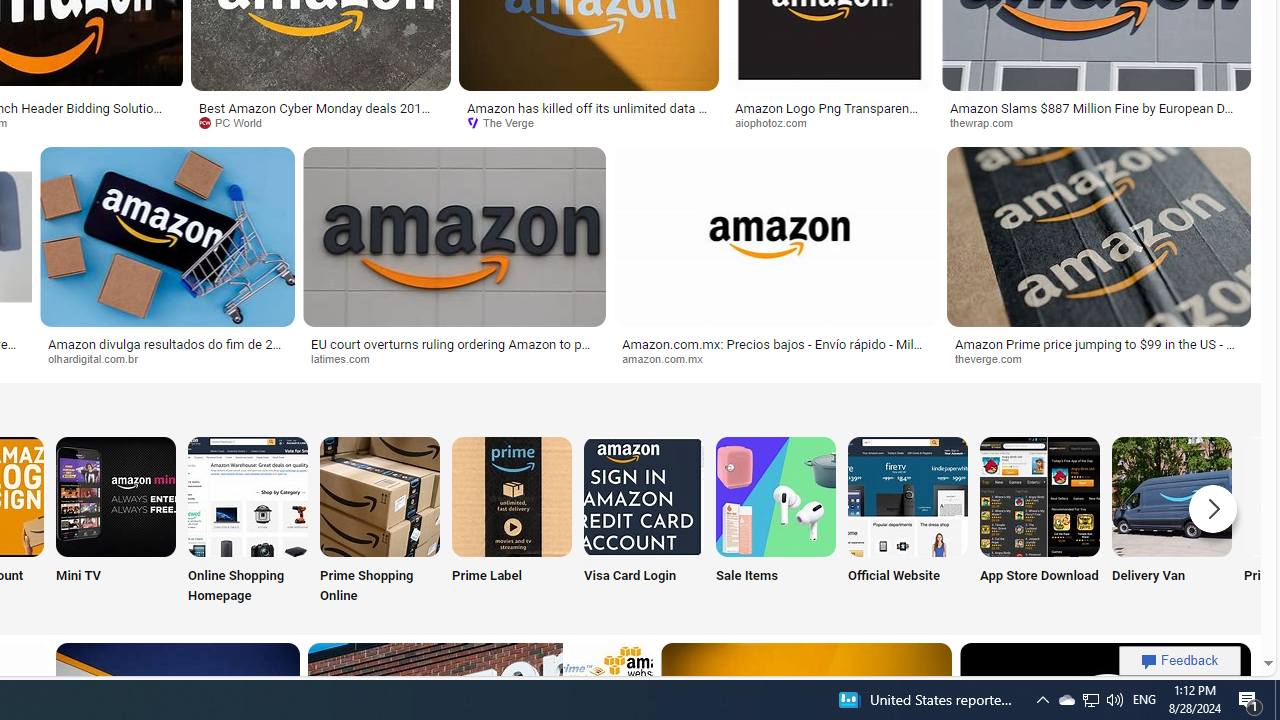 This screenshot has width=1280, height=720. What do you see at coordinates (643, 495) in the screenshot?
I see `'Amazon Visa Card Login'` at bounding box center [643, 495].